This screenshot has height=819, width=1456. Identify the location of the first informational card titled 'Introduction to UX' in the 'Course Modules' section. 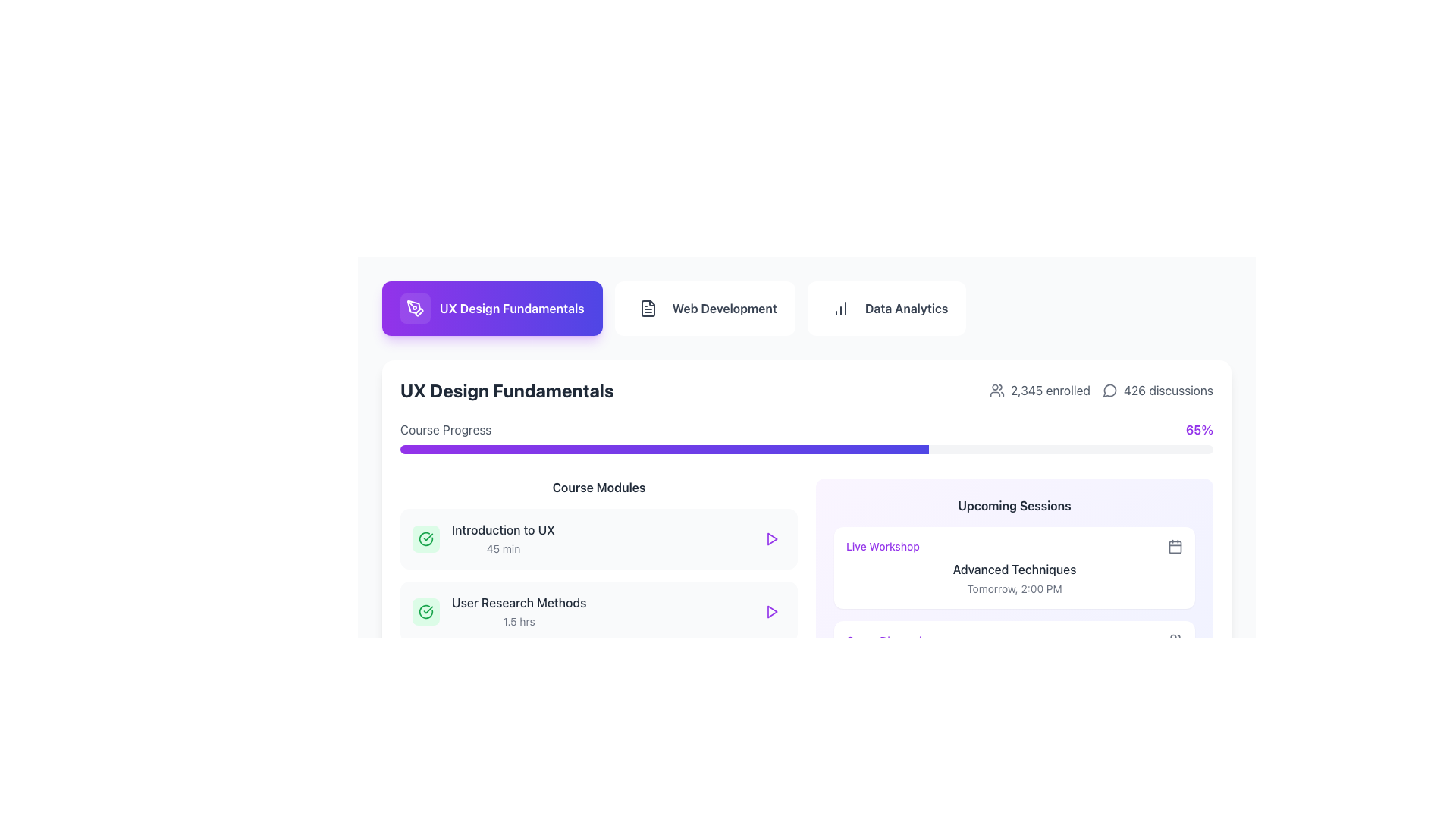
(598, 538).